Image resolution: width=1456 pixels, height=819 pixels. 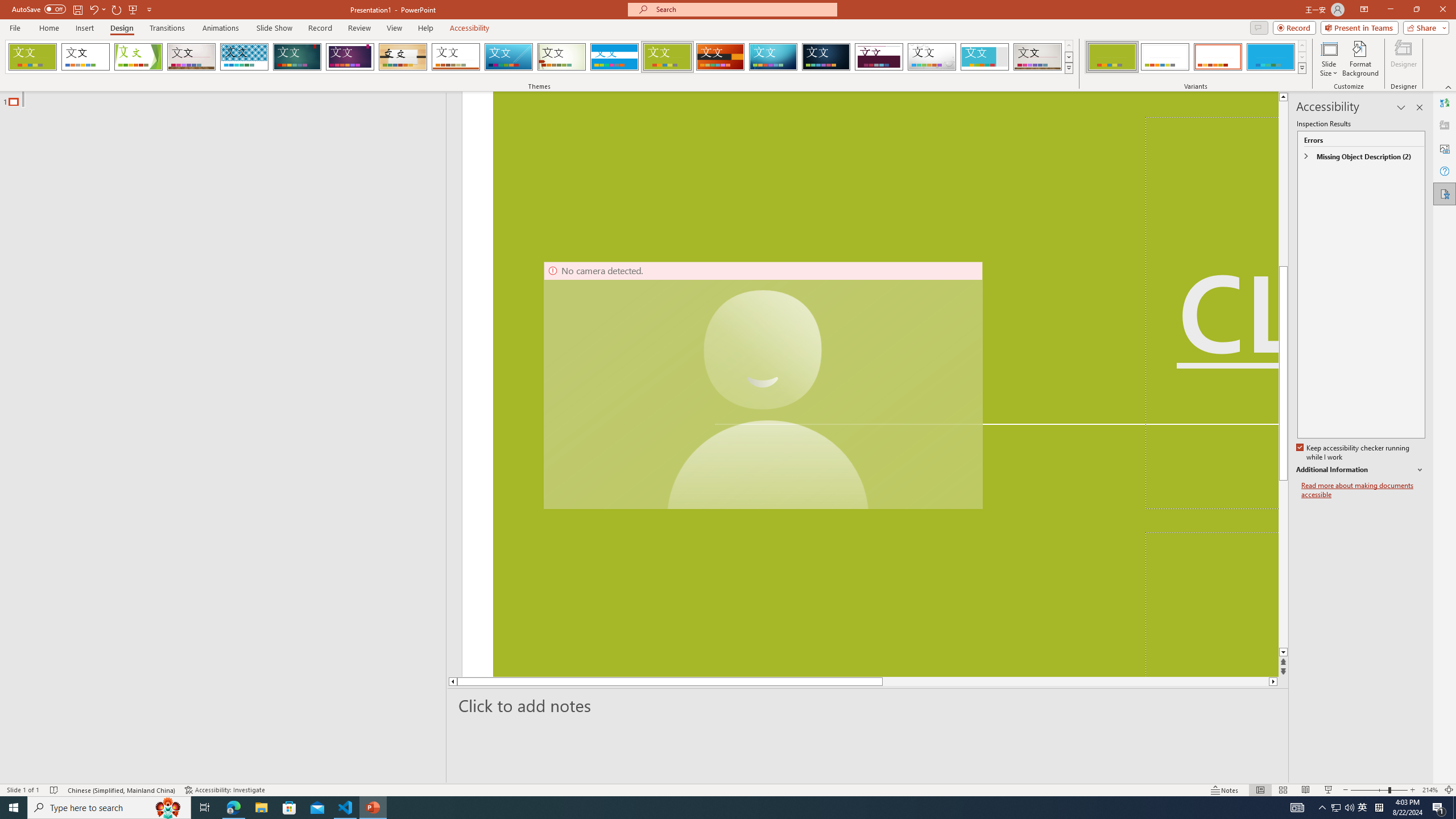 What do you see at coordinates (614, 56) in the screenshot?
I see `'Banded'` at bounding box center [614, 56].